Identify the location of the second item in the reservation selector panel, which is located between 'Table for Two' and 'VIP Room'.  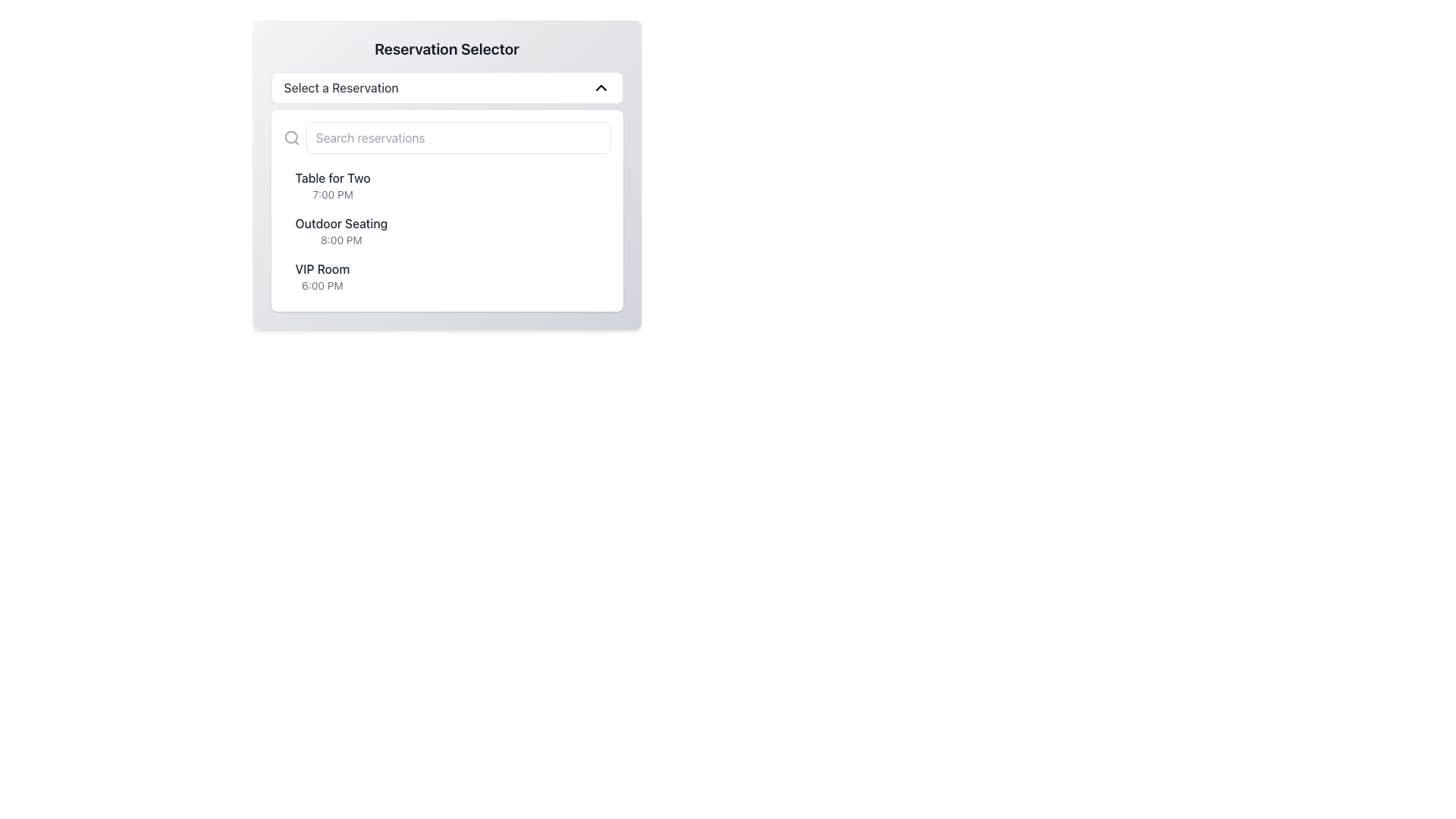
(446, 231).